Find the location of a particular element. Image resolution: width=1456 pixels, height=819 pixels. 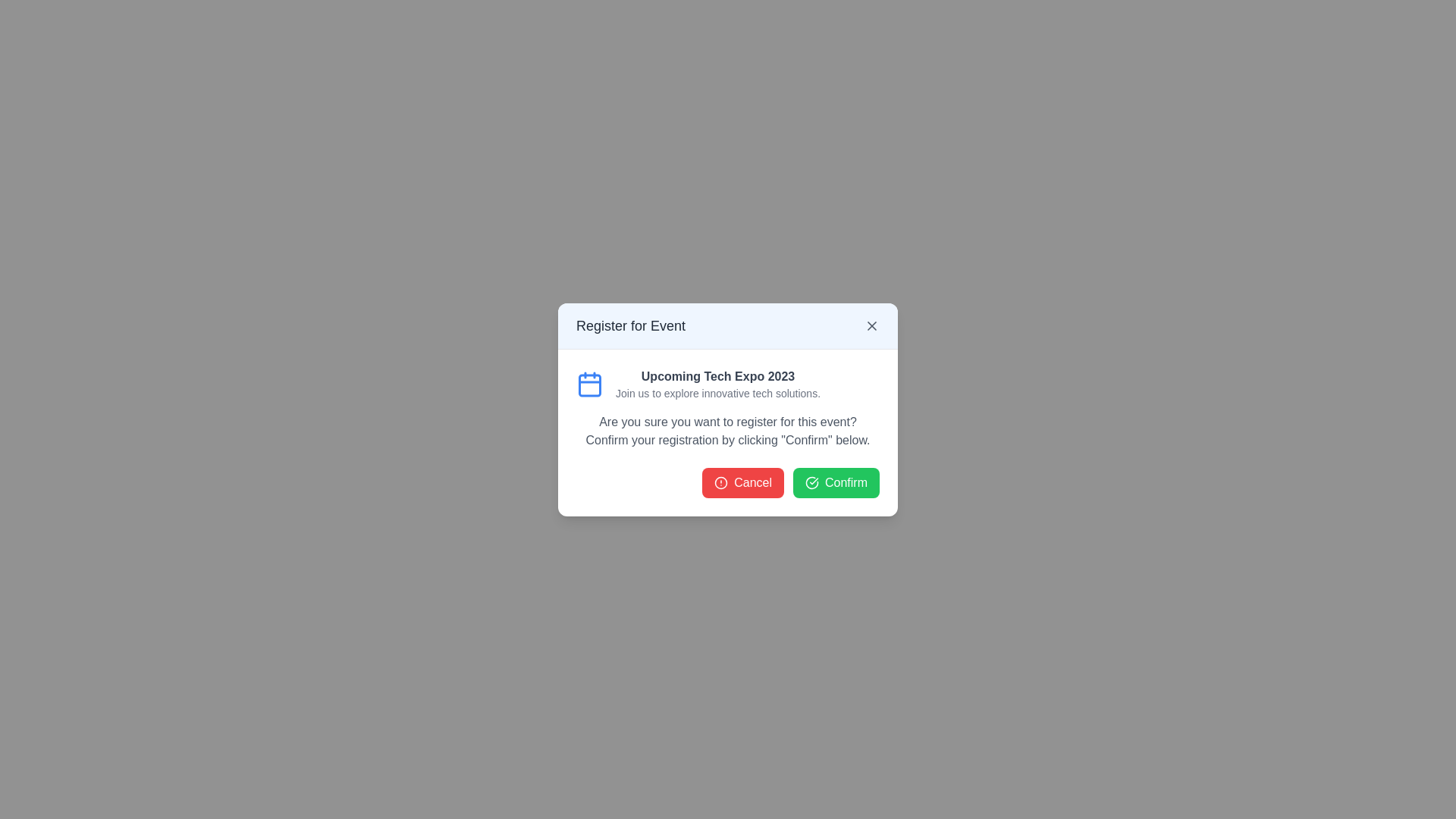

the informational text block that reads 'Are you sure you want to register for this event? Confirm your registration by clicking "Confirm" below.' is located at coordinates (728, 431).